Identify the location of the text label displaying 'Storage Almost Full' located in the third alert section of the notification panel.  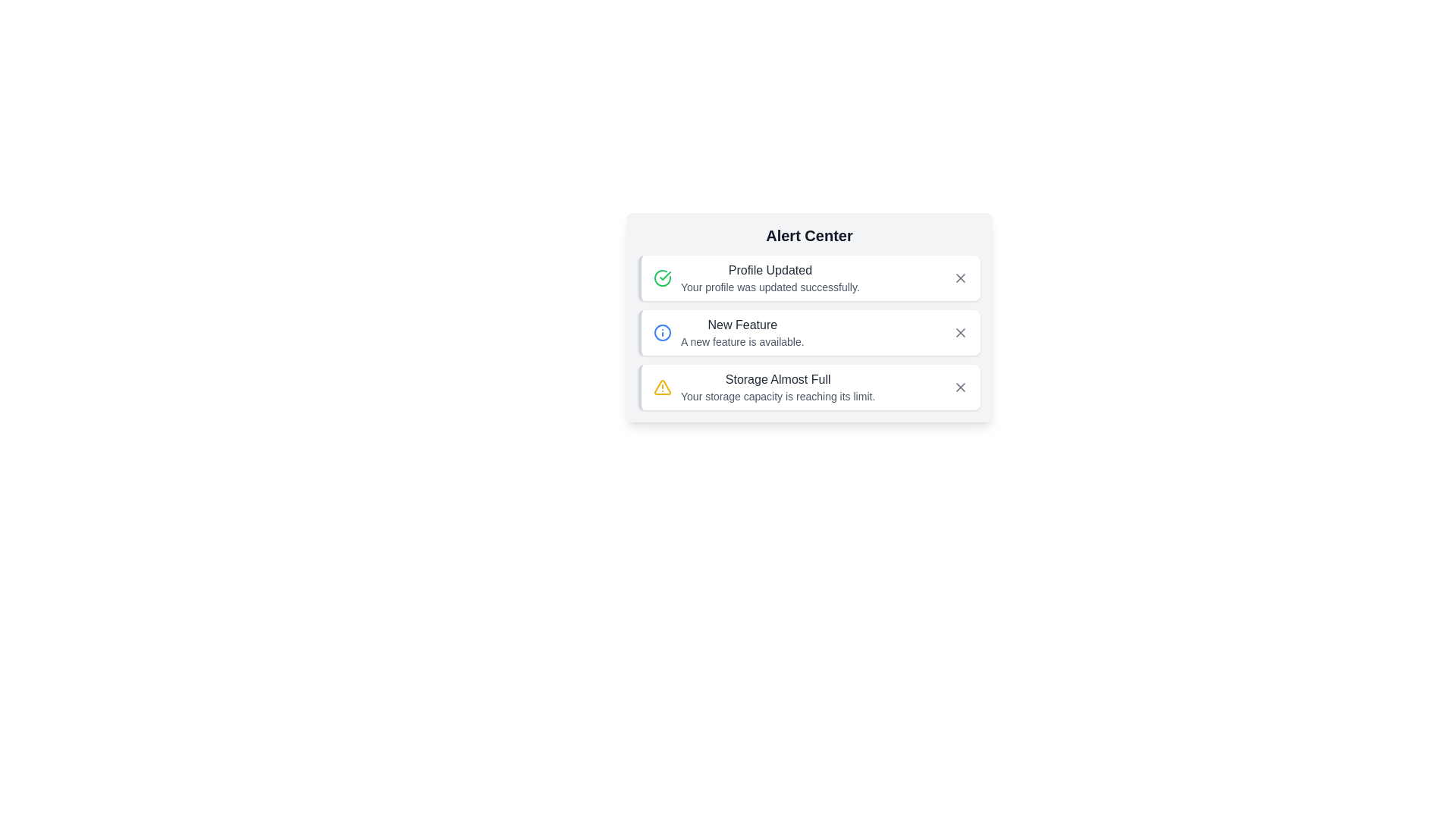
(778, 379).